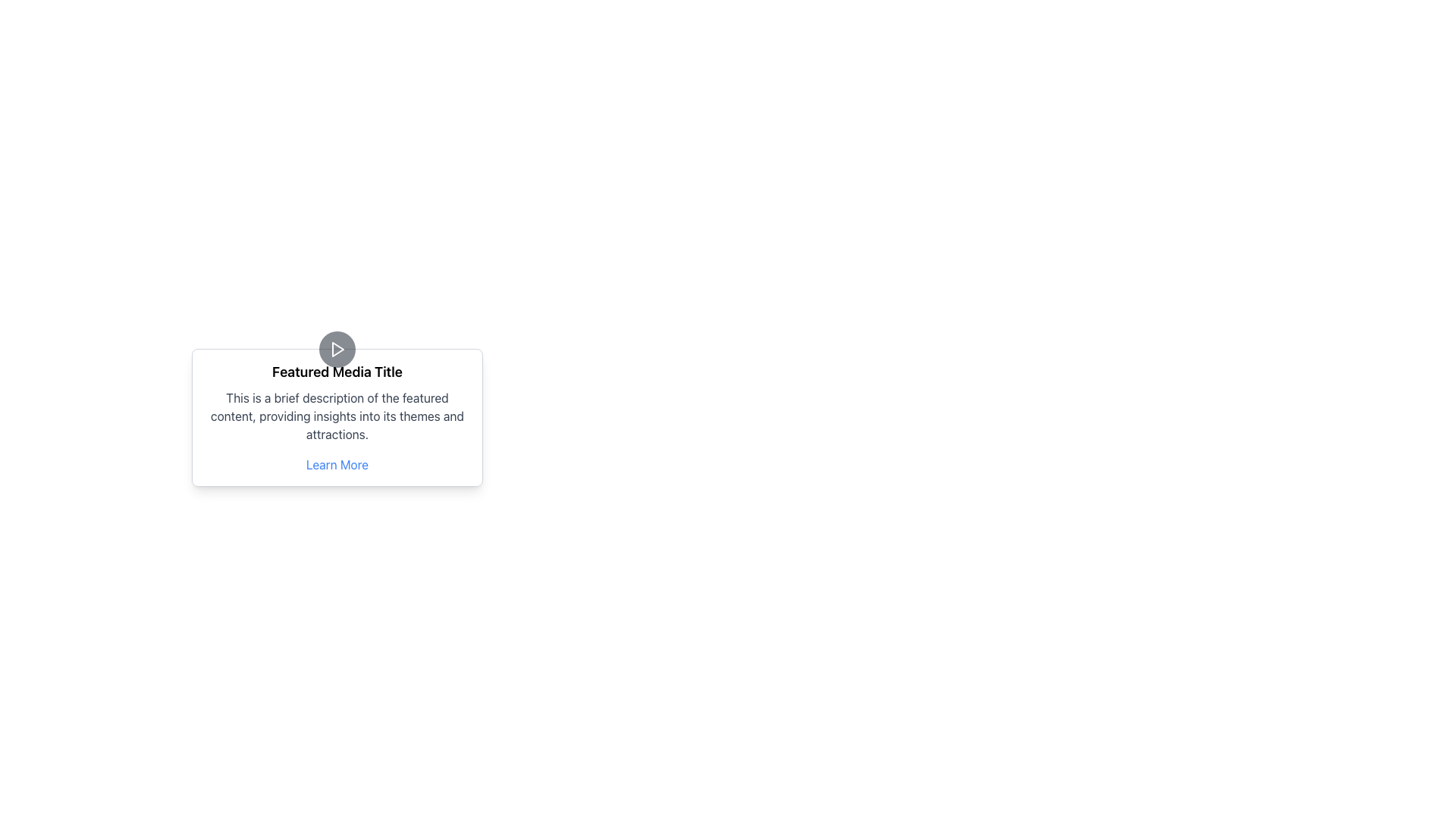 The width and height of the screenshot is (1456, 819). What do you see at coordinates (337, 416) in the screenshot?
I see `the descriptive summary text element that provides insights about the featured media, positioned below 'Featured Media Title' and above 'Learn More'` at bounding box center [337, 416].